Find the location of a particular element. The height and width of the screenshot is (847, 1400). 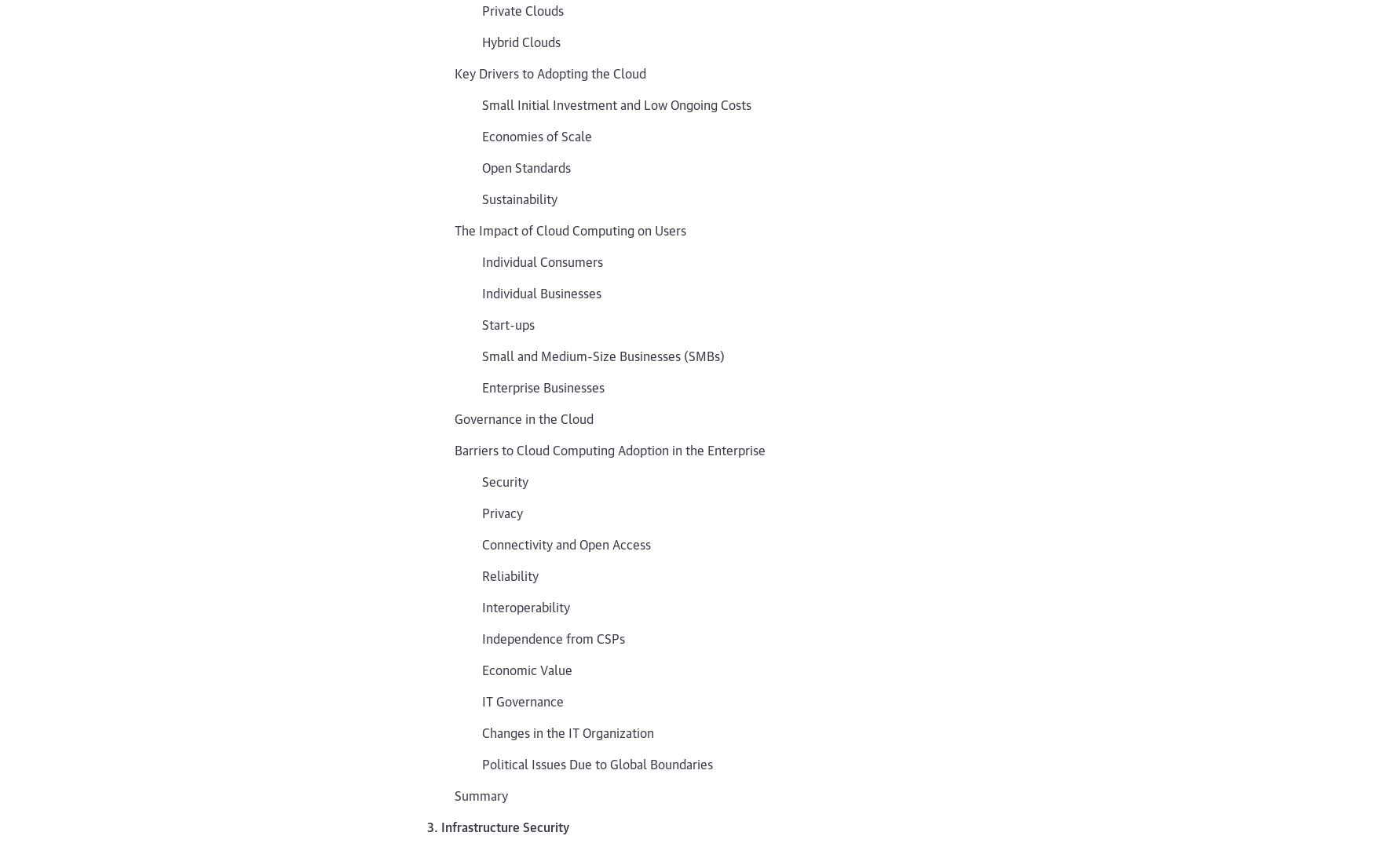

'Sustainability' is located at coordinates (520, 197).